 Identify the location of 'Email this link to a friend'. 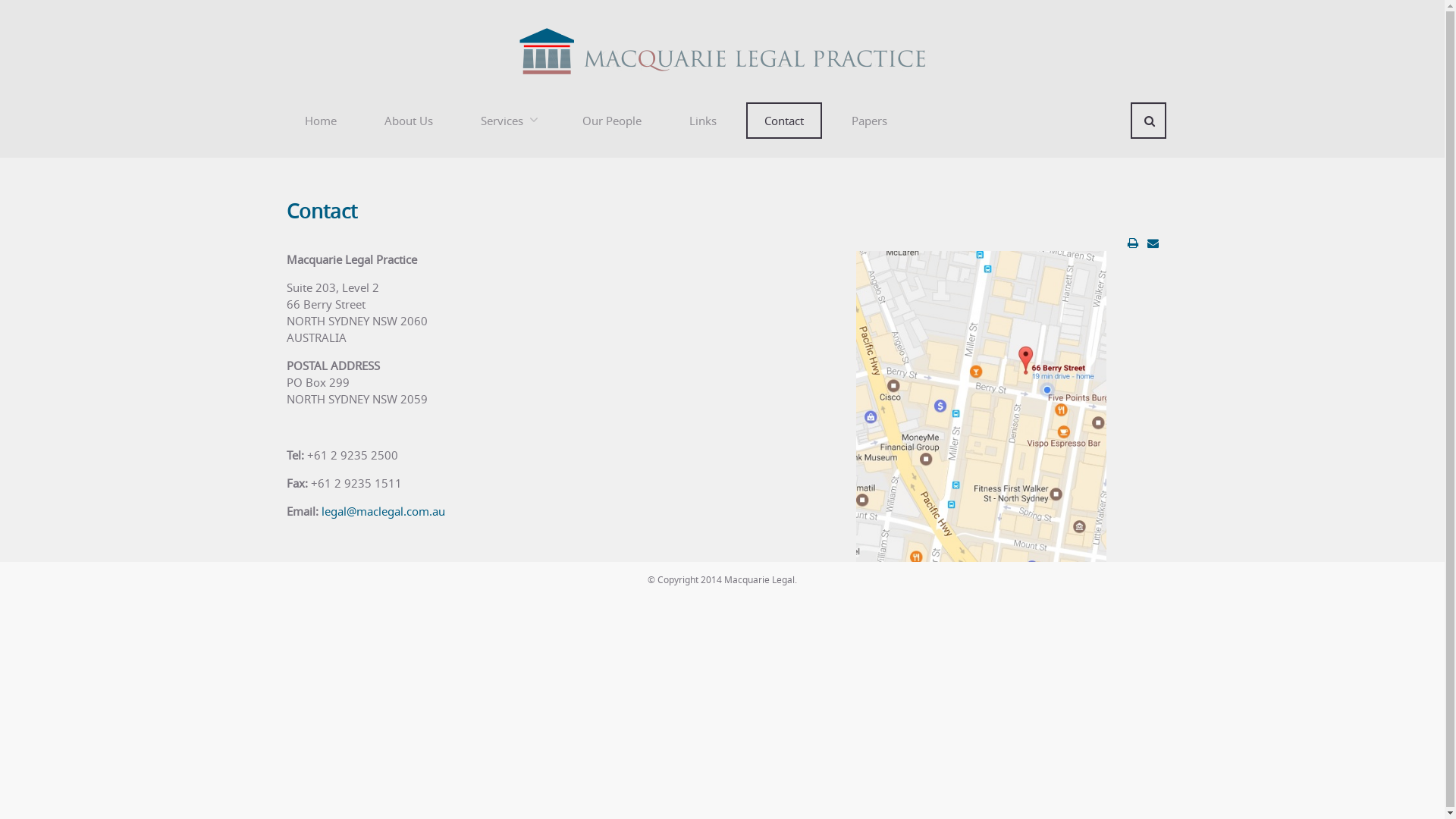
(1152, 242).